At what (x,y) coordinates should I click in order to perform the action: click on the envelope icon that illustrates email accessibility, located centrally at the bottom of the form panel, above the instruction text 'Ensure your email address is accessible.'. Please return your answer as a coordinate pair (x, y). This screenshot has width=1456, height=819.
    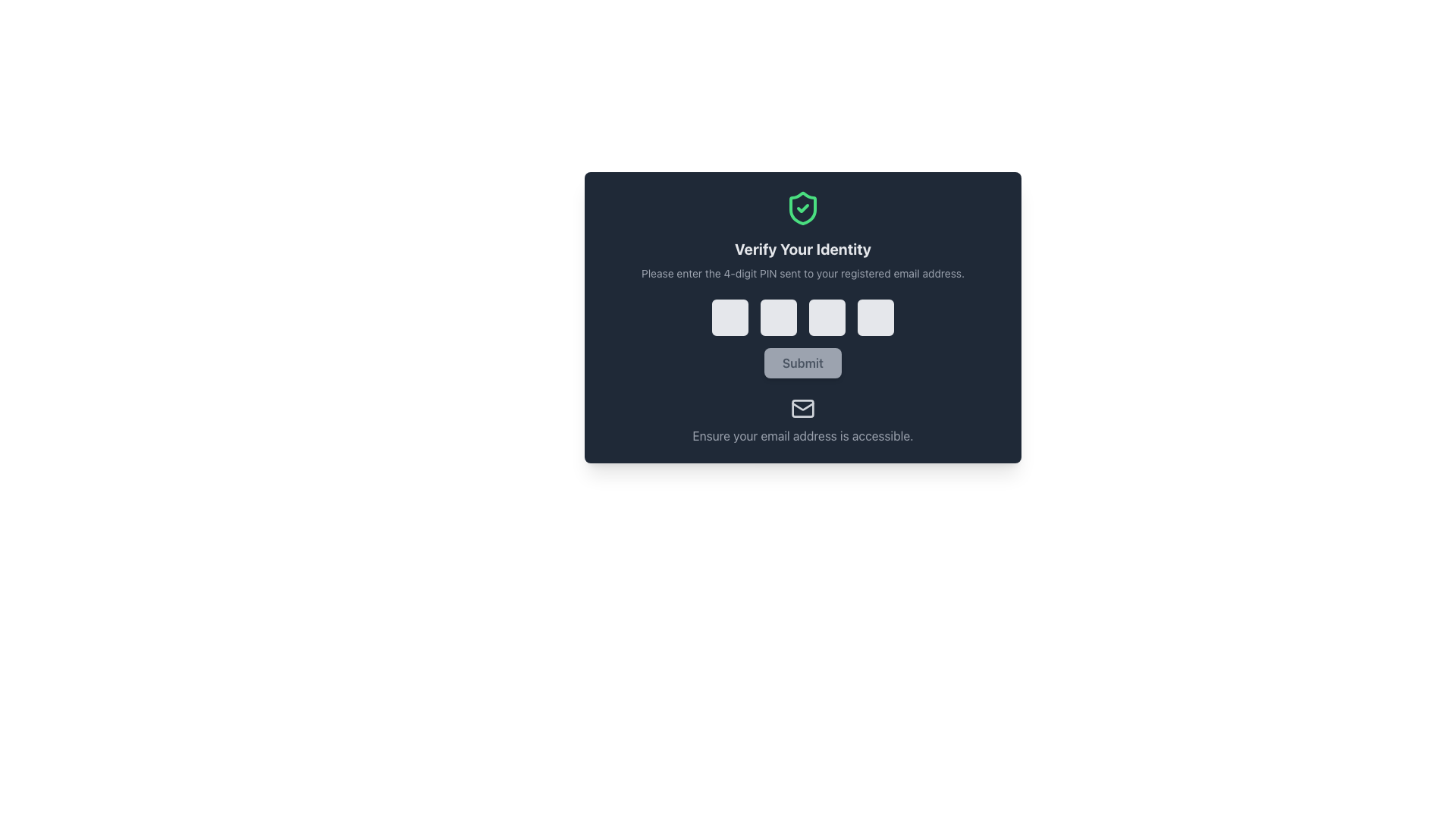
    Looking at the image, I should click on (802, 408).